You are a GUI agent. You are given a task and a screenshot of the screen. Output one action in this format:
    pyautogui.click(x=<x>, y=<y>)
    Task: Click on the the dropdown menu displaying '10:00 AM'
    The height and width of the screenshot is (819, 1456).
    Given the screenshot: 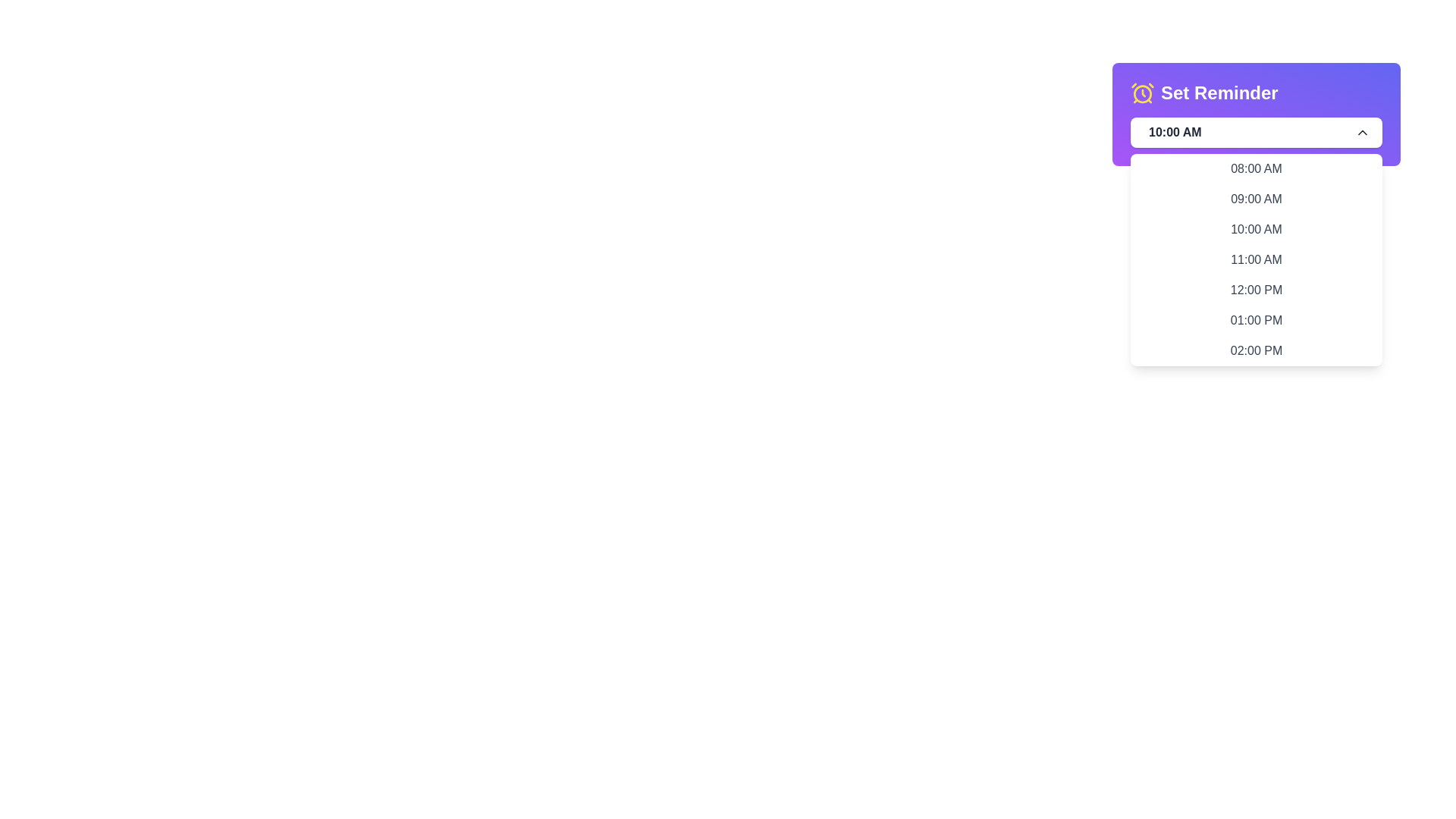 What is the action you would take?
    pyautogui.click(x=1256, y=131)
    